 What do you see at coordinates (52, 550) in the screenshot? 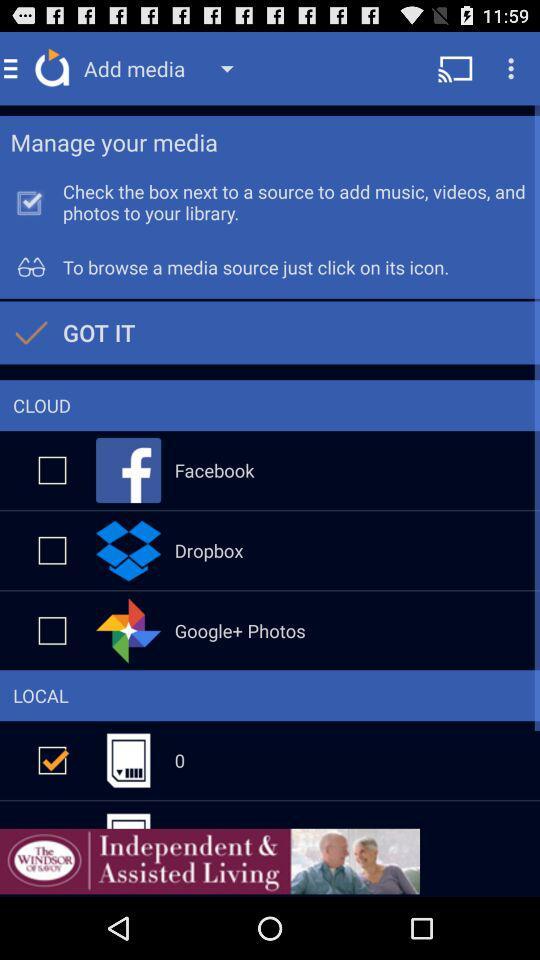
I see `option` at bounding box center [52, 550].